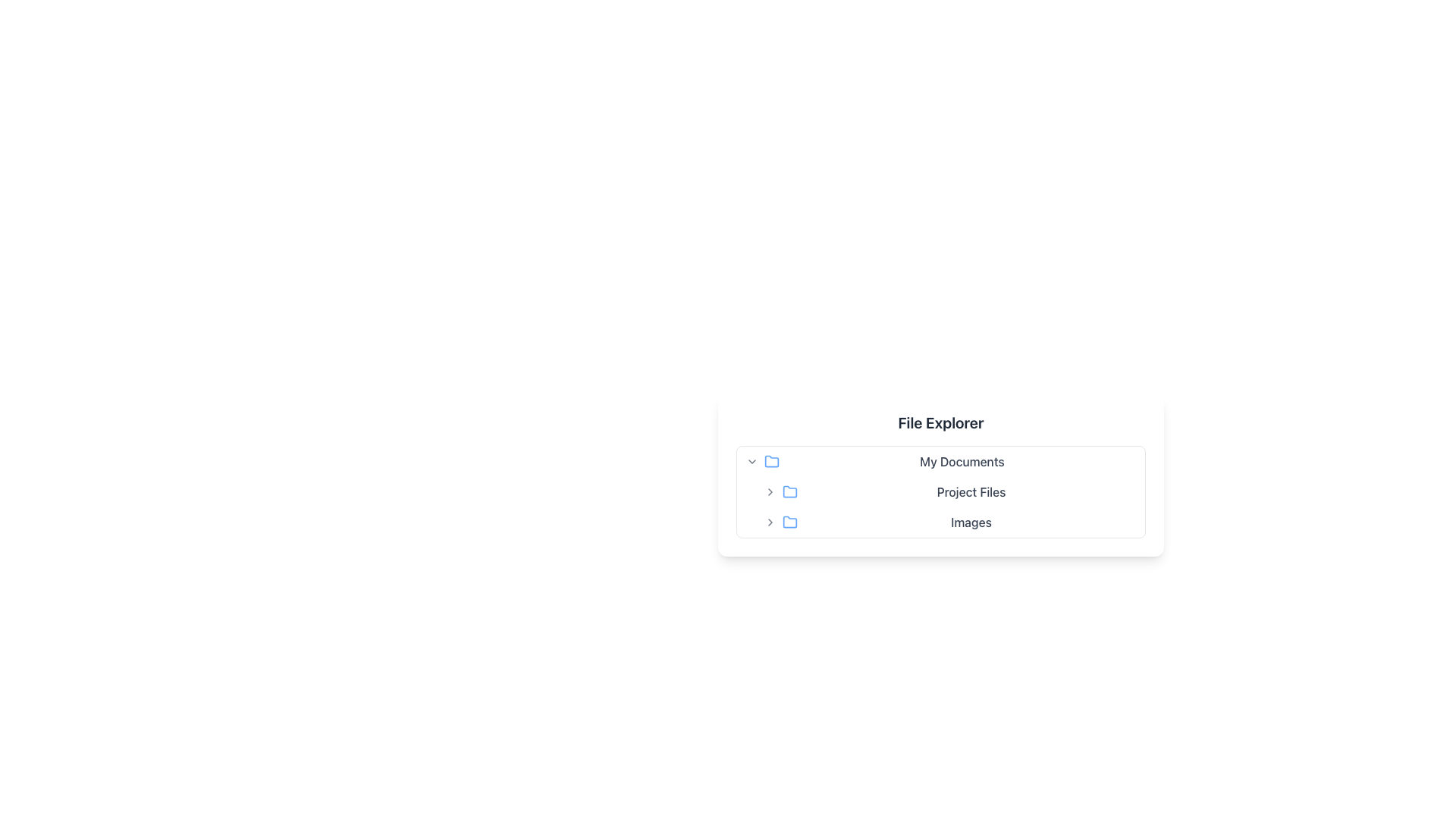 This screenshot has width=1456, height=819. Describe the element at coordinates (940, 491) in the screenshot. I see `an item in the File navigation panel, which is centrally positioned under the 'File Explorer' heading` at that location.